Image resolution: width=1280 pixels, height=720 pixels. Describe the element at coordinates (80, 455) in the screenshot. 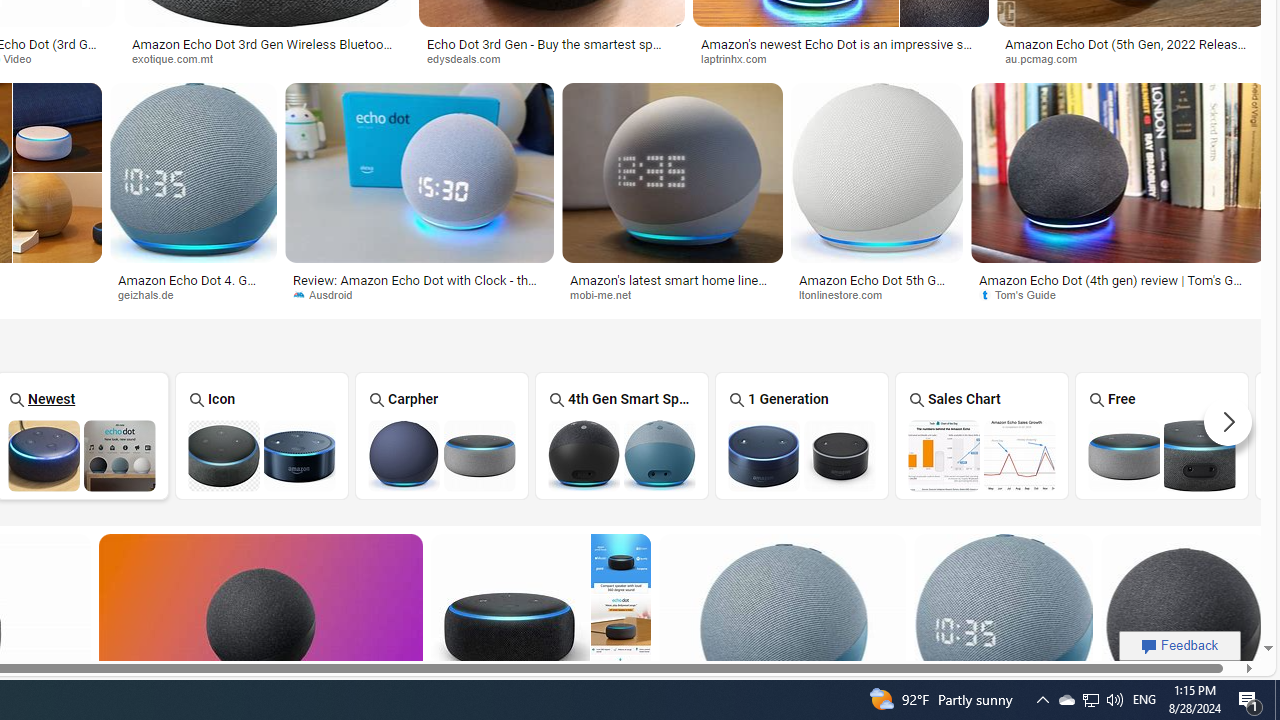

I see `'Newest Amazon Echo Dot'` at that location.